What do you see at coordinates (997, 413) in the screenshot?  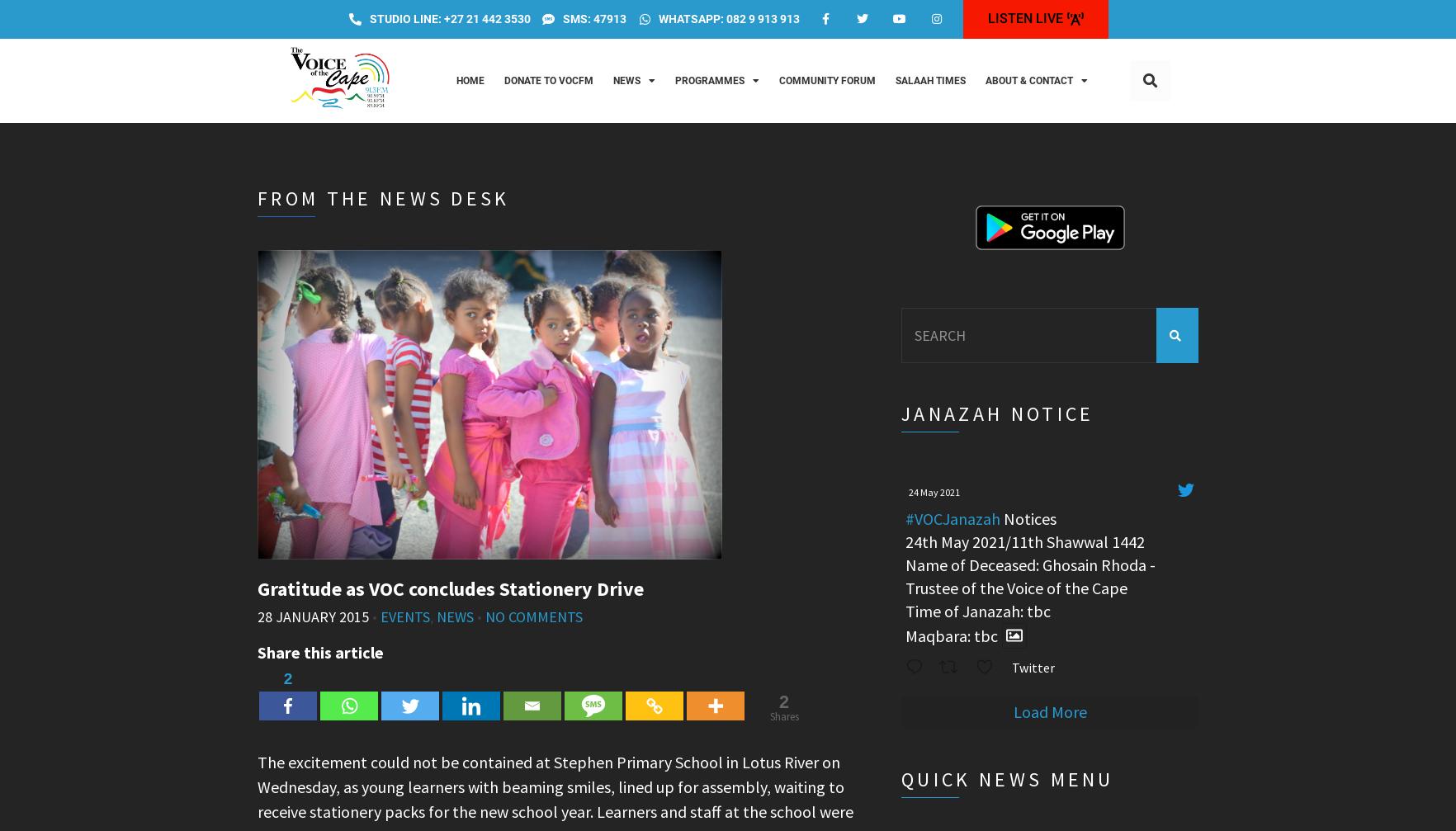 I see `'Janazah Notice'` at bounding box center [997, 413].